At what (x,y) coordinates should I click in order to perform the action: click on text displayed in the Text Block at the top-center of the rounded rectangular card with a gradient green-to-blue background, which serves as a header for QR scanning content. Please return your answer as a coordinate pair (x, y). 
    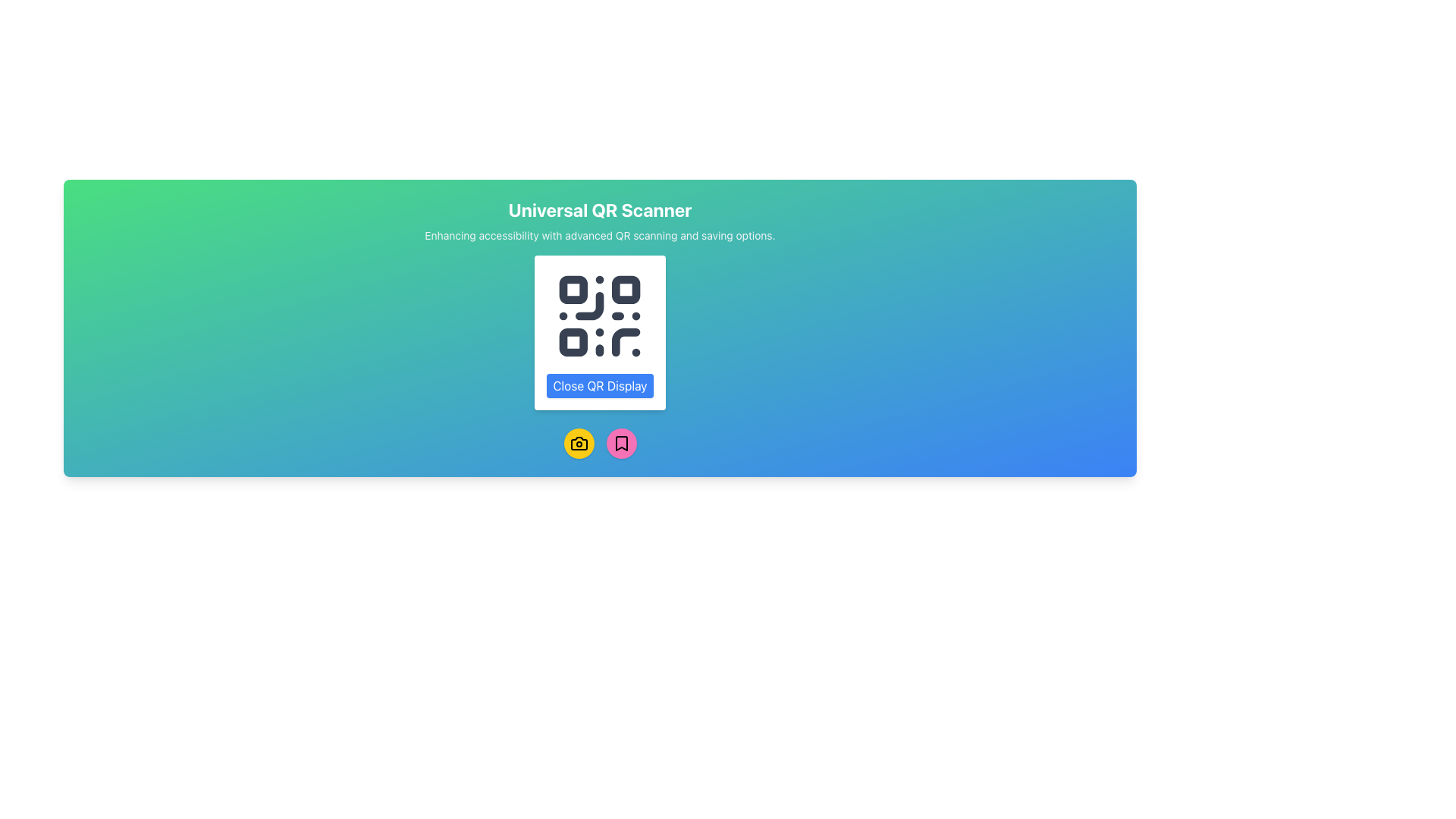
    Looking at the image, I should click on (599, 220).